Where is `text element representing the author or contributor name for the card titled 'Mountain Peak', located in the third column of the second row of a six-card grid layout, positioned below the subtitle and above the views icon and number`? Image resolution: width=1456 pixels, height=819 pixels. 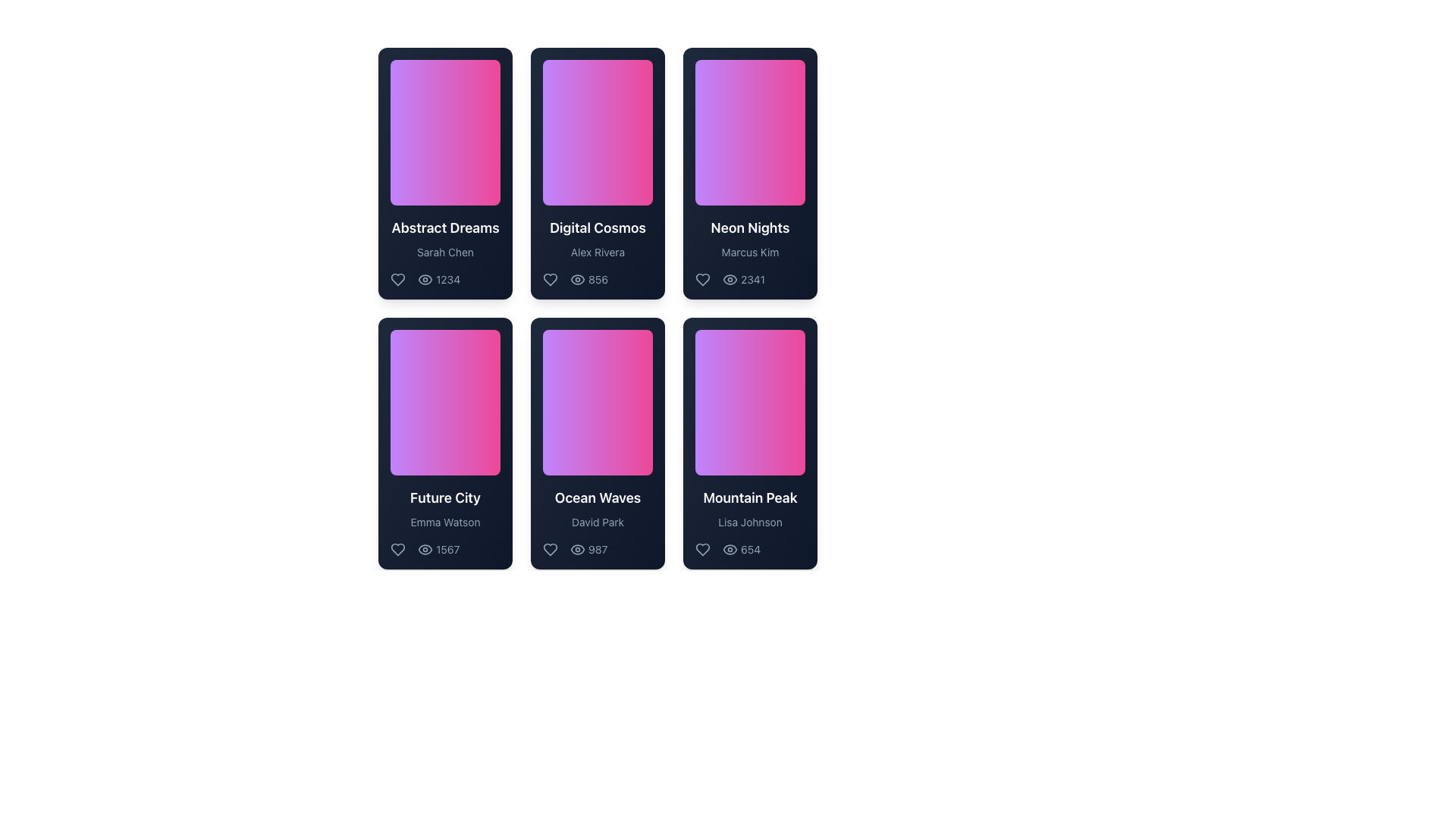
text element representing the author or contributor name for the card titled 'Mountain Peak', located in the third column of the second row of a six-card grid layout, positioned below the subtitle and above the views icon and number is located at coordinates (750, 522).